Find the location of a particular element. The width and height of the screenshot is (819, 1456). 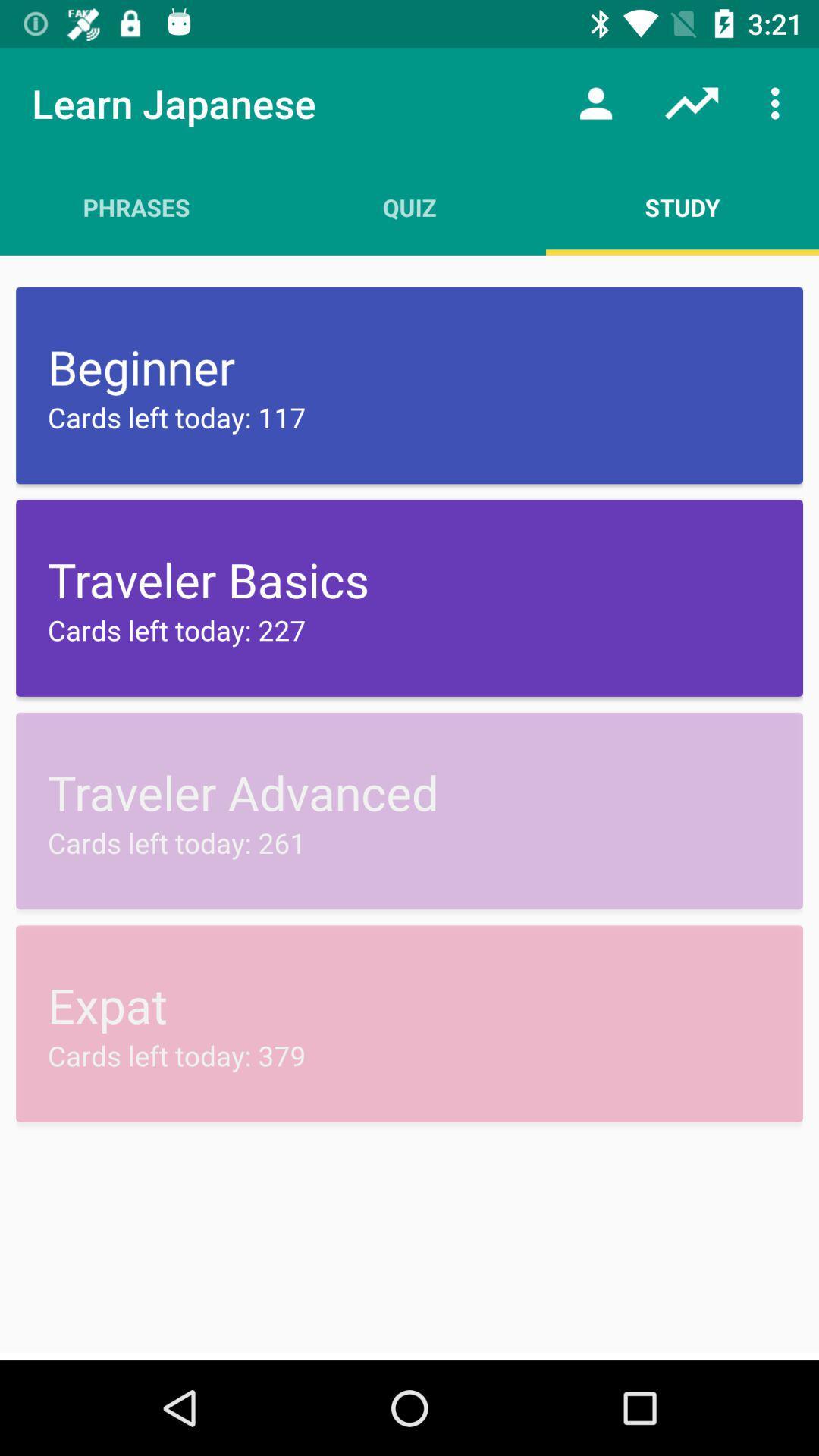

app to the right of the quiz item is located at coordinates (681, 206).